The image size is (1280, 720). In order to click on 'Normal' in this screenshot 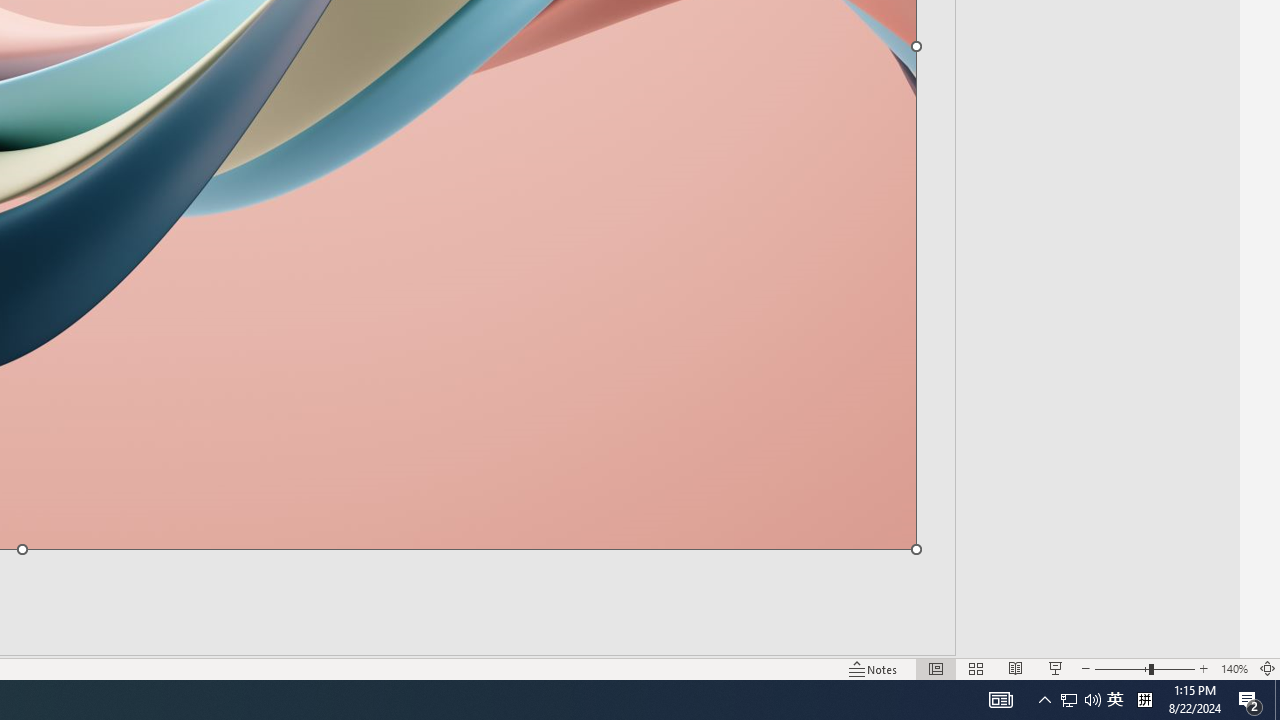, I will do `click(935, 669)`.